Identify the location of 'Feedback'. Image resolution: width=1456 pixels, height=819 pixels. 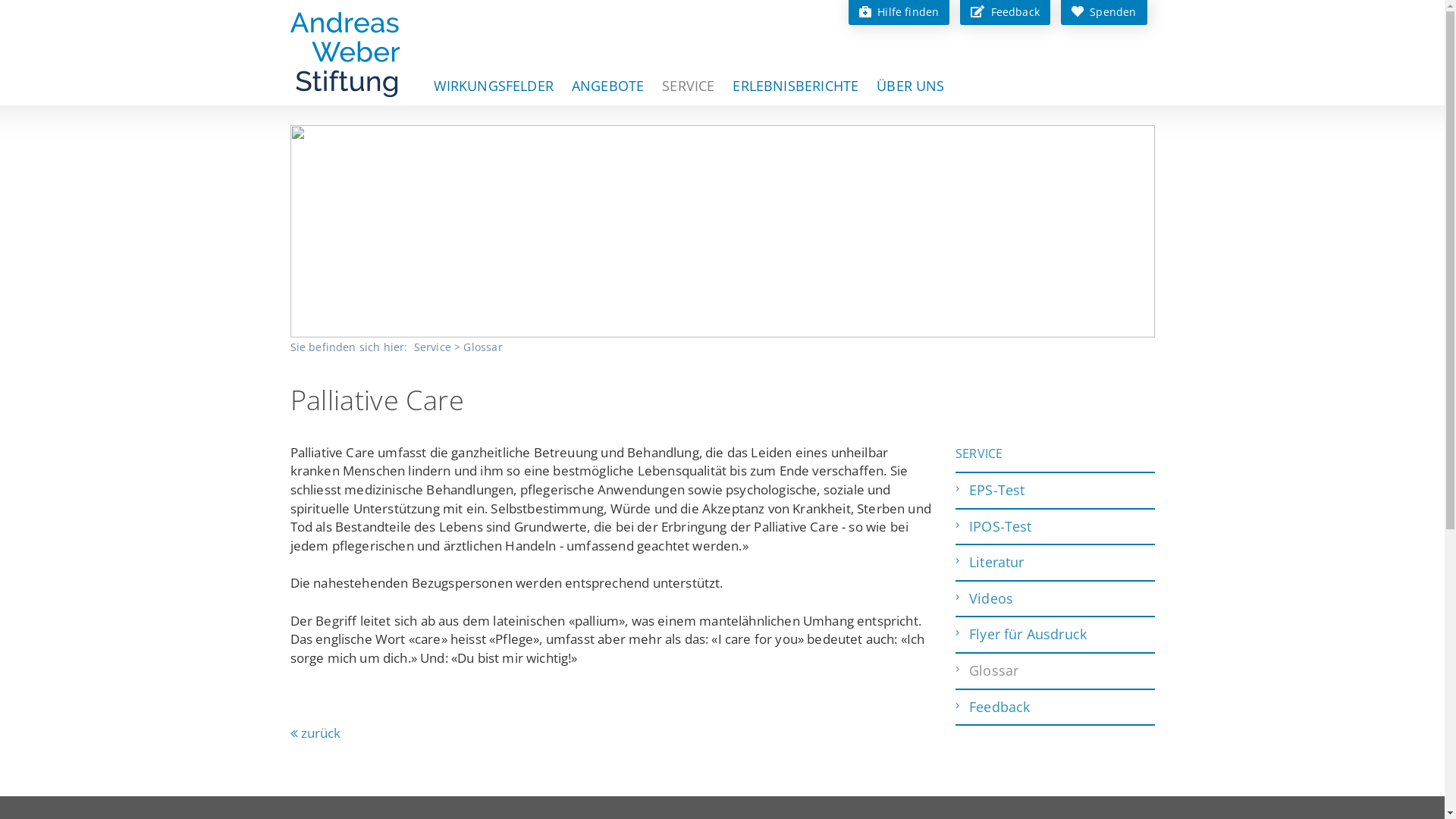
(1005, 11).